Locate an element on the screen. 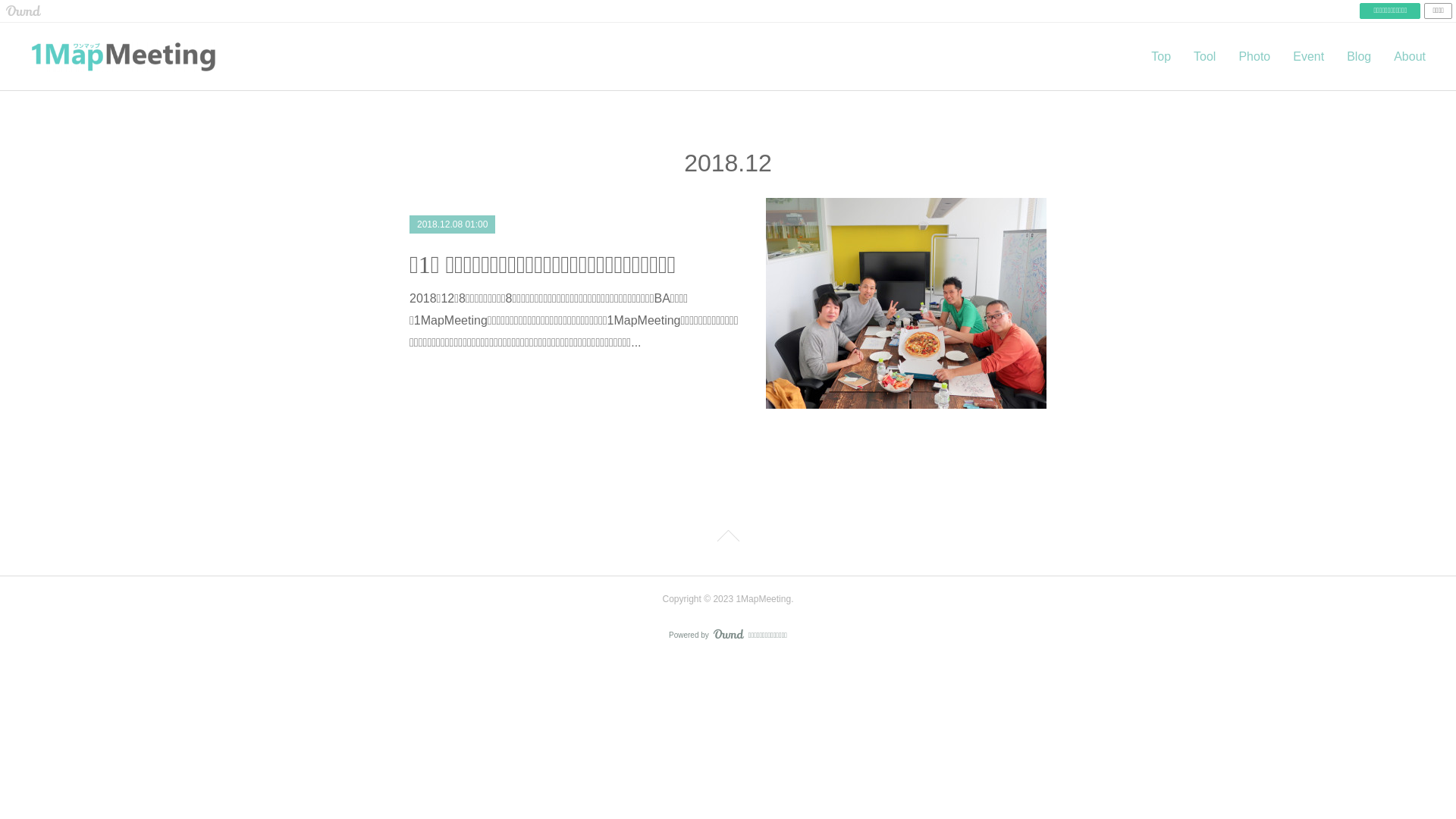 This screenshot has width=1456, height=819. 'Photo' is located at coordinates (1226, 55).